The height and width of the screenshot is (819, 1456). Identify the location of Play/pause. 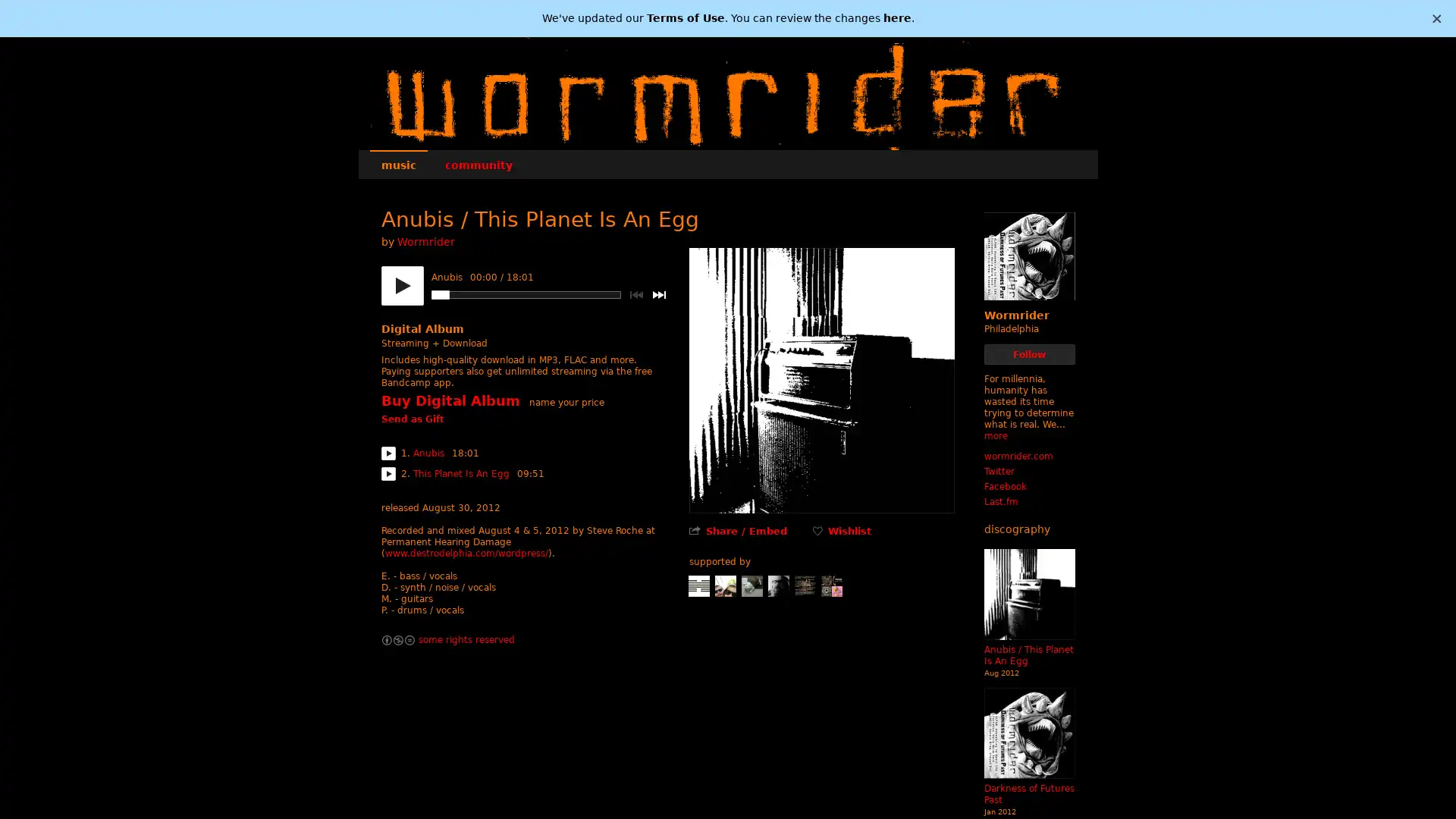
(401, 286).